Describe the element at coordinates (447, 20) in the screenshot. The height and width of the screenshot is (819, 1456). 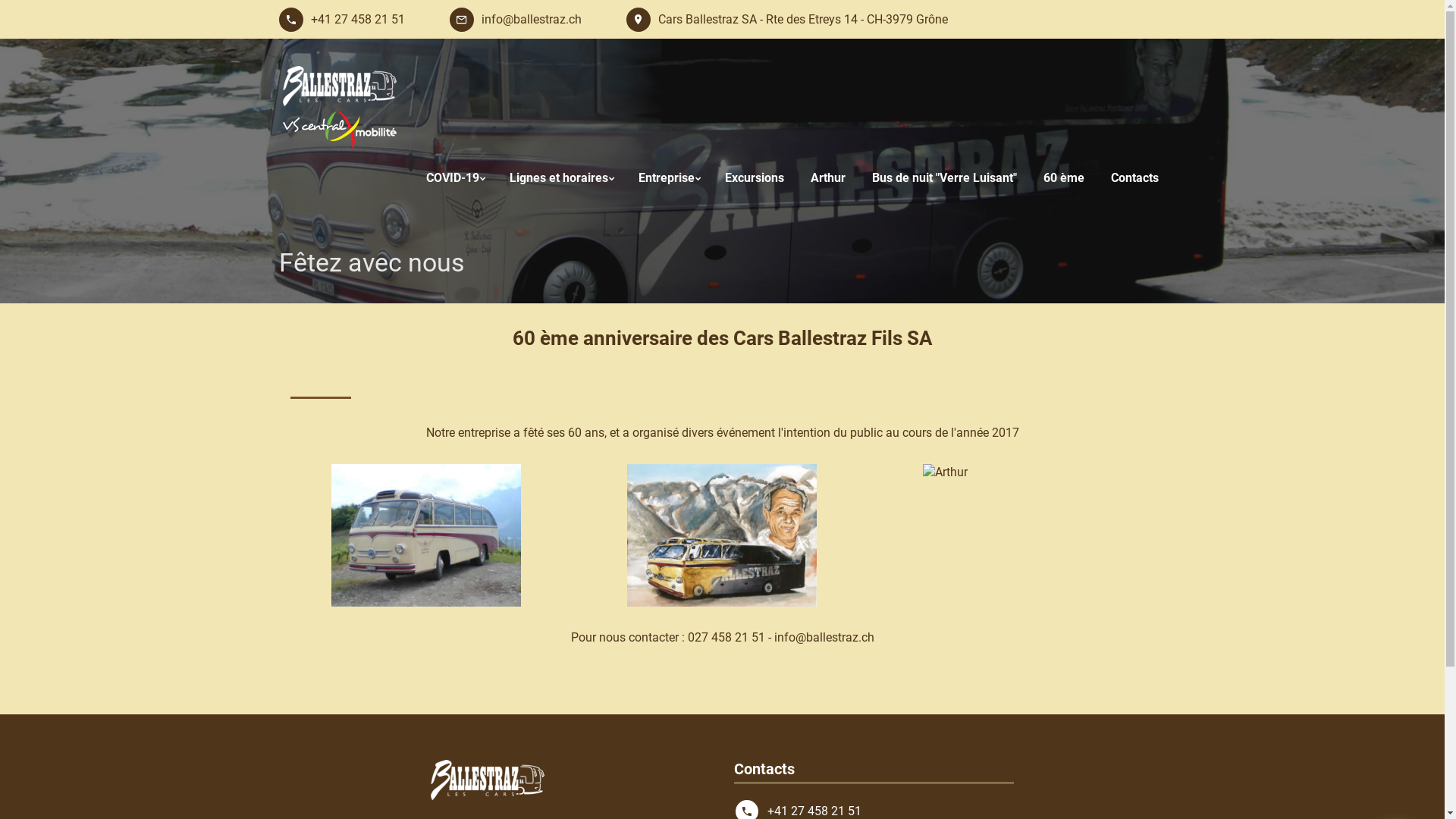
I see `'info@ballestraz.ch'` at that location.